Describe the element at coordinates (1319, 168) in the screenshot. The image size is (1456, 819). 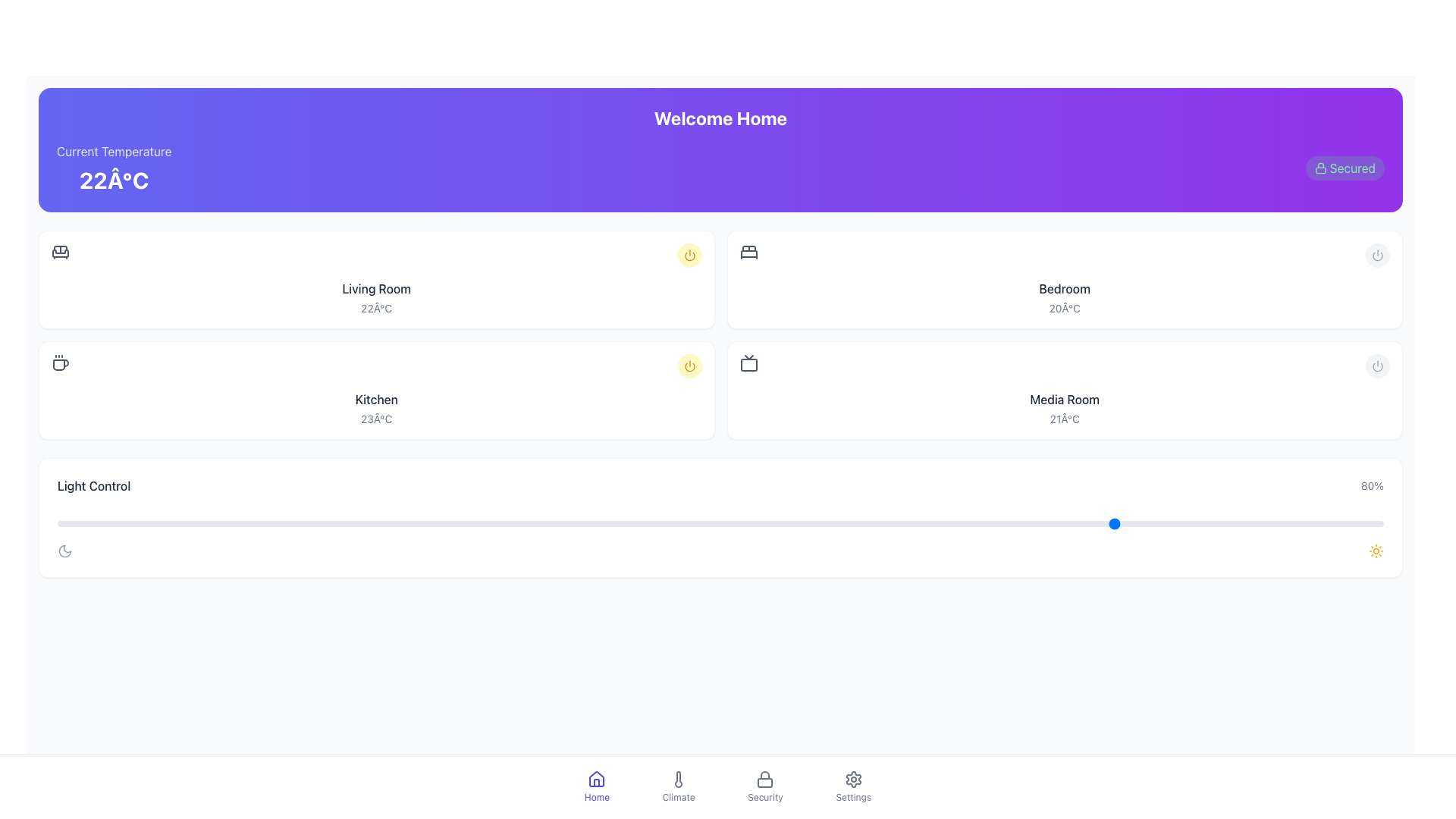
I see `the security icon located to the right of the 'Secured' label in the header section as an informational indicator` at that location.